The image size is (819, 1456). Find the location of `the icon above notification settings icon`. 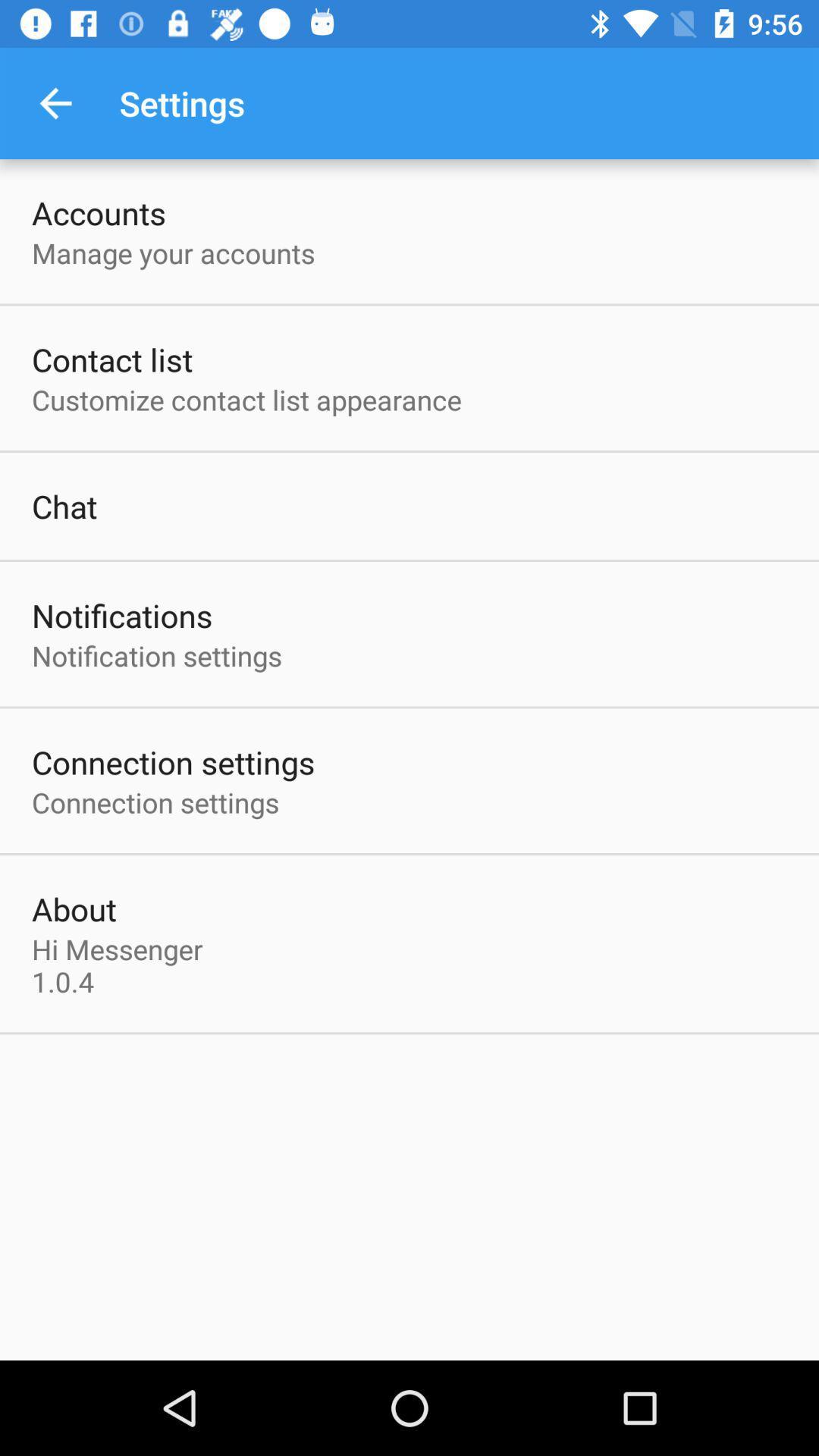

the icon above notification settings icon is located at coordinates (121, 615).